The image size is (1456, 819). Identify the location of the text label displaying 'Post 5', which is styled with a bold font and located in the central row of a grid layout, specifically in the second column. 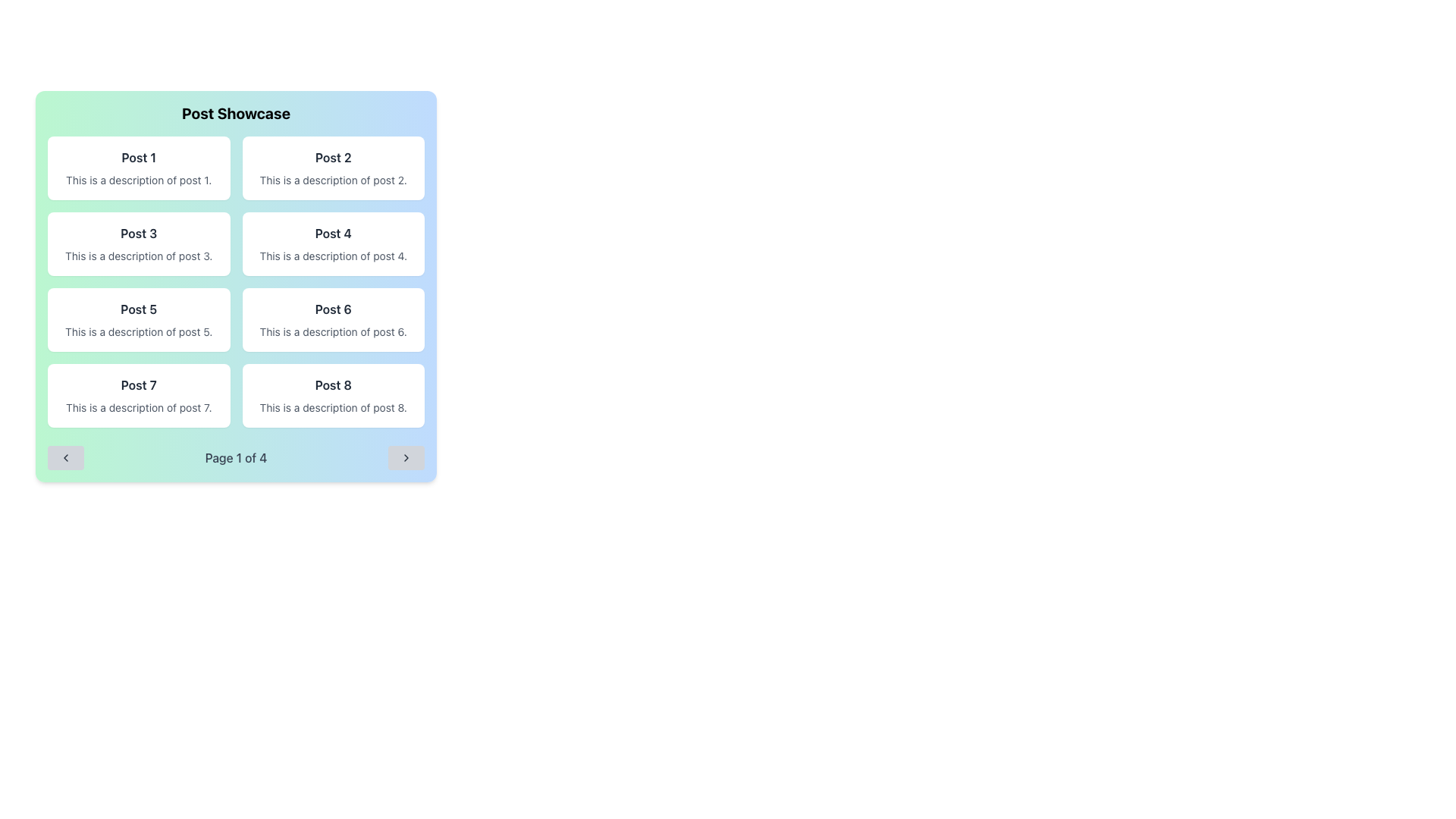
(139, 309).